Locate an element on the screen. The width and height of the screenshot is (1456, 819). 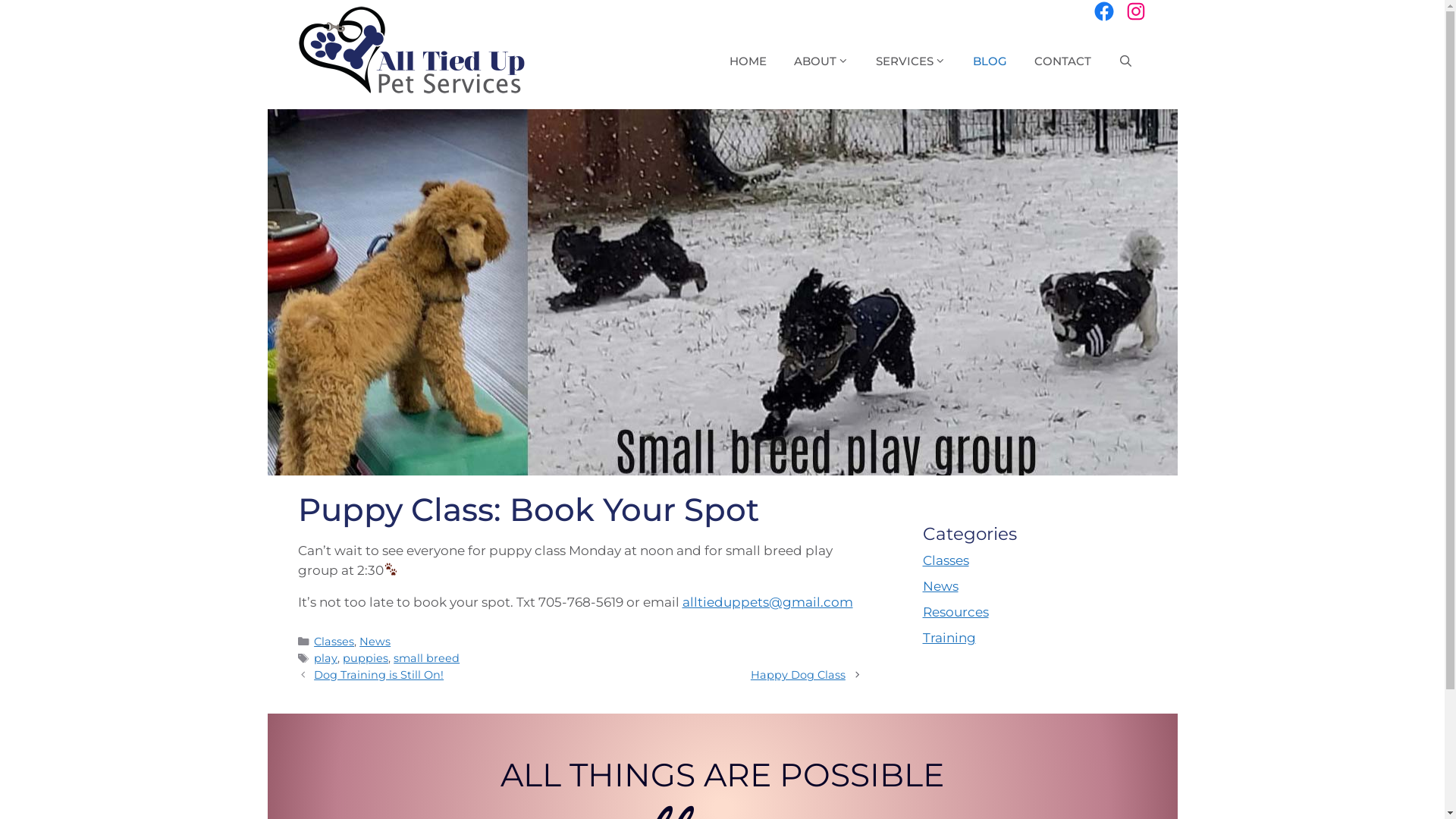
'Dog Training is Still On!' is located at coordinates (378, 674).